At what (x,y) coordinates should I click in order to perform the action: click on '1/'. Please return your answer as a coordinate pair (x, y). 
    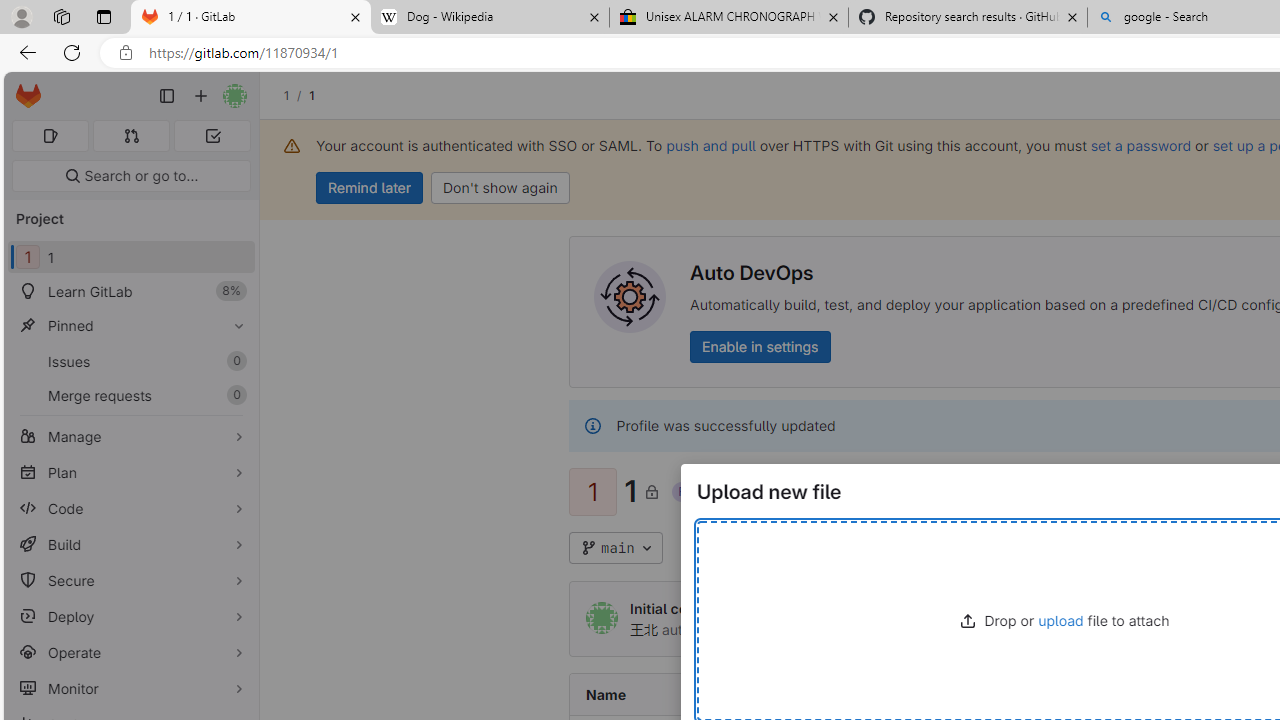
    Looking at the image, I should click on (295, 95).